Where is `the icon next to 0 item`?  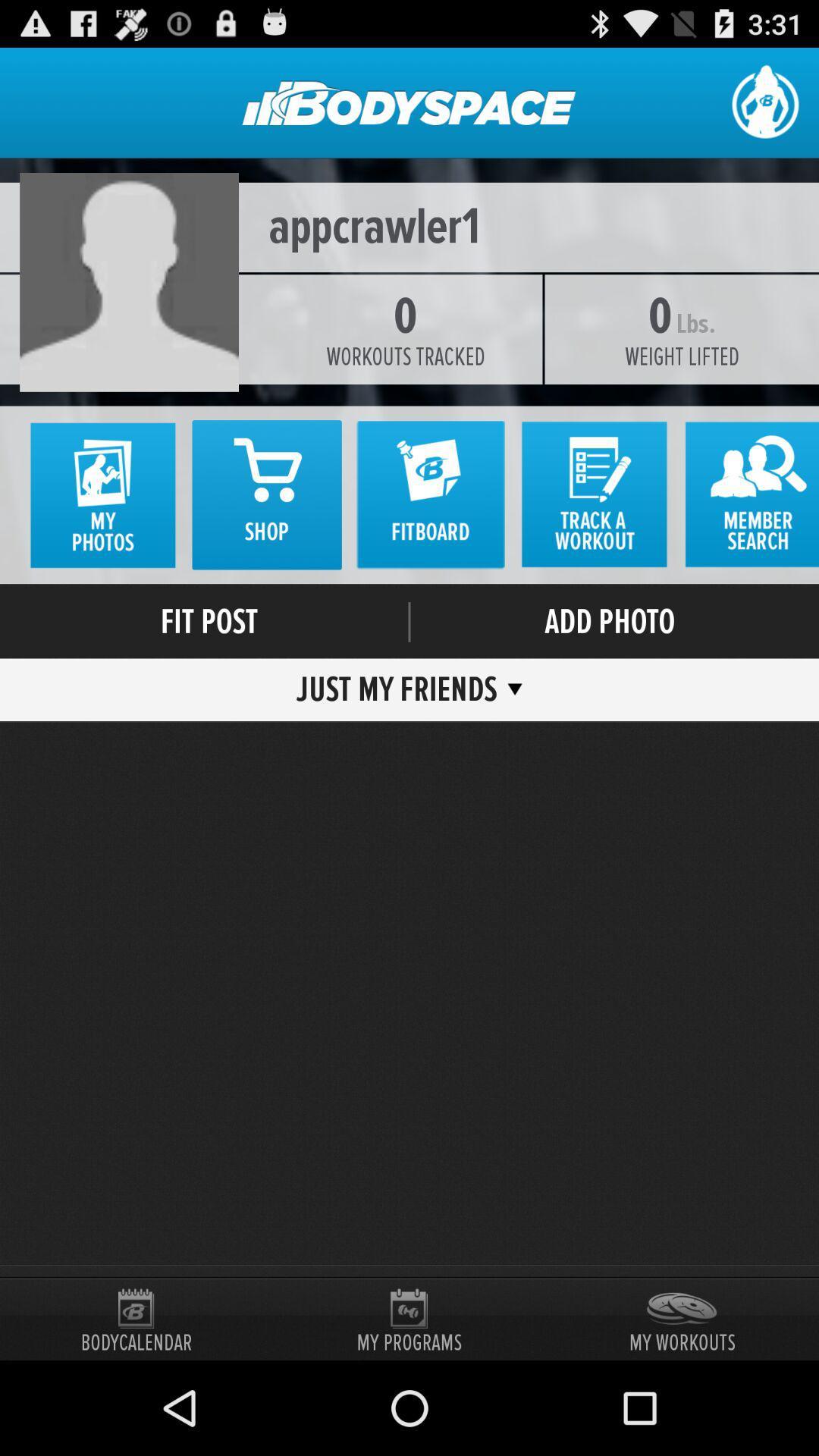 the icon next to 0 item is located at coordinates (695, 323).